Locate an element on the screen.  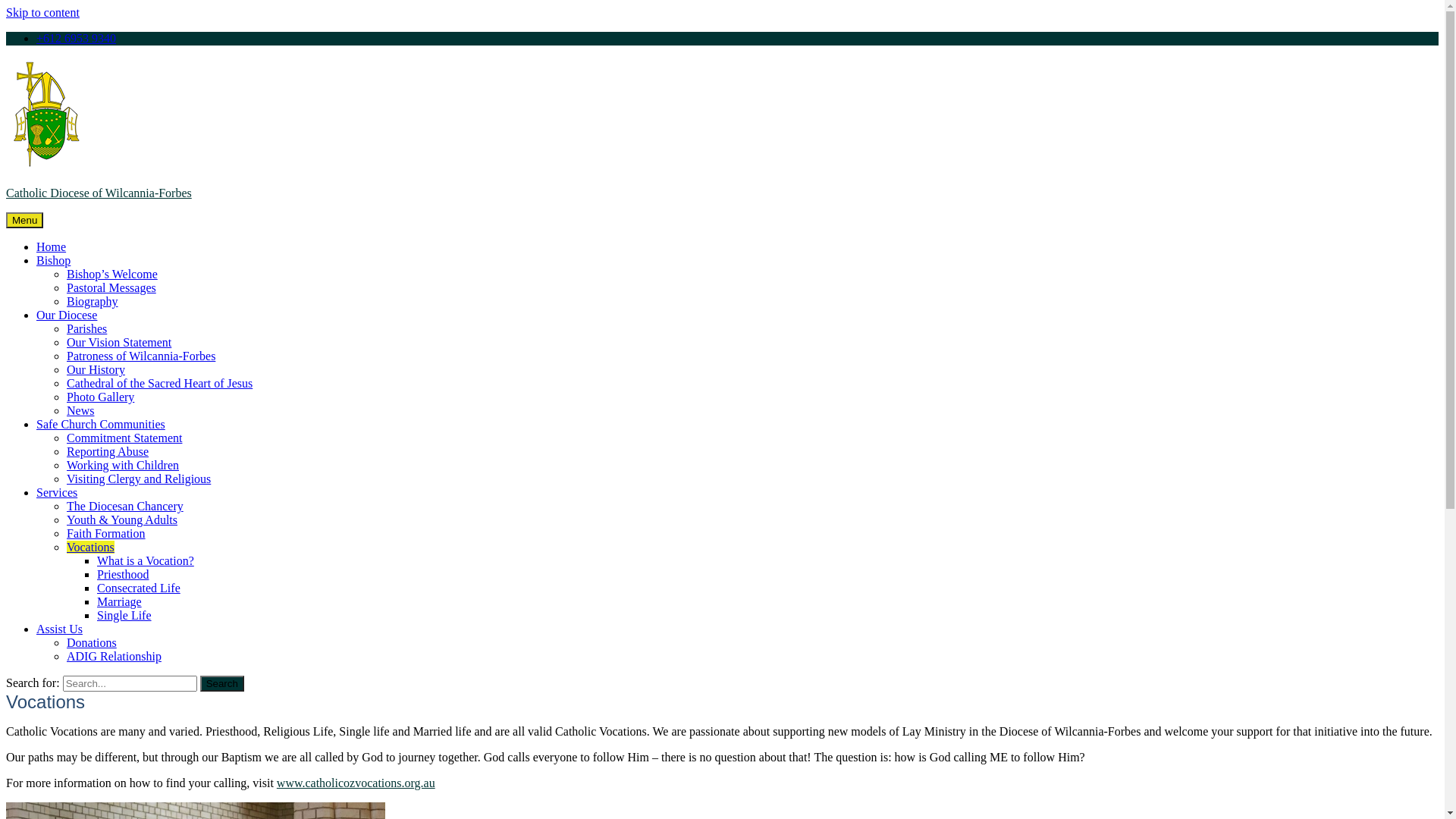
'www.catholicozvocations.org.au' is located at coordinates (355, 783).